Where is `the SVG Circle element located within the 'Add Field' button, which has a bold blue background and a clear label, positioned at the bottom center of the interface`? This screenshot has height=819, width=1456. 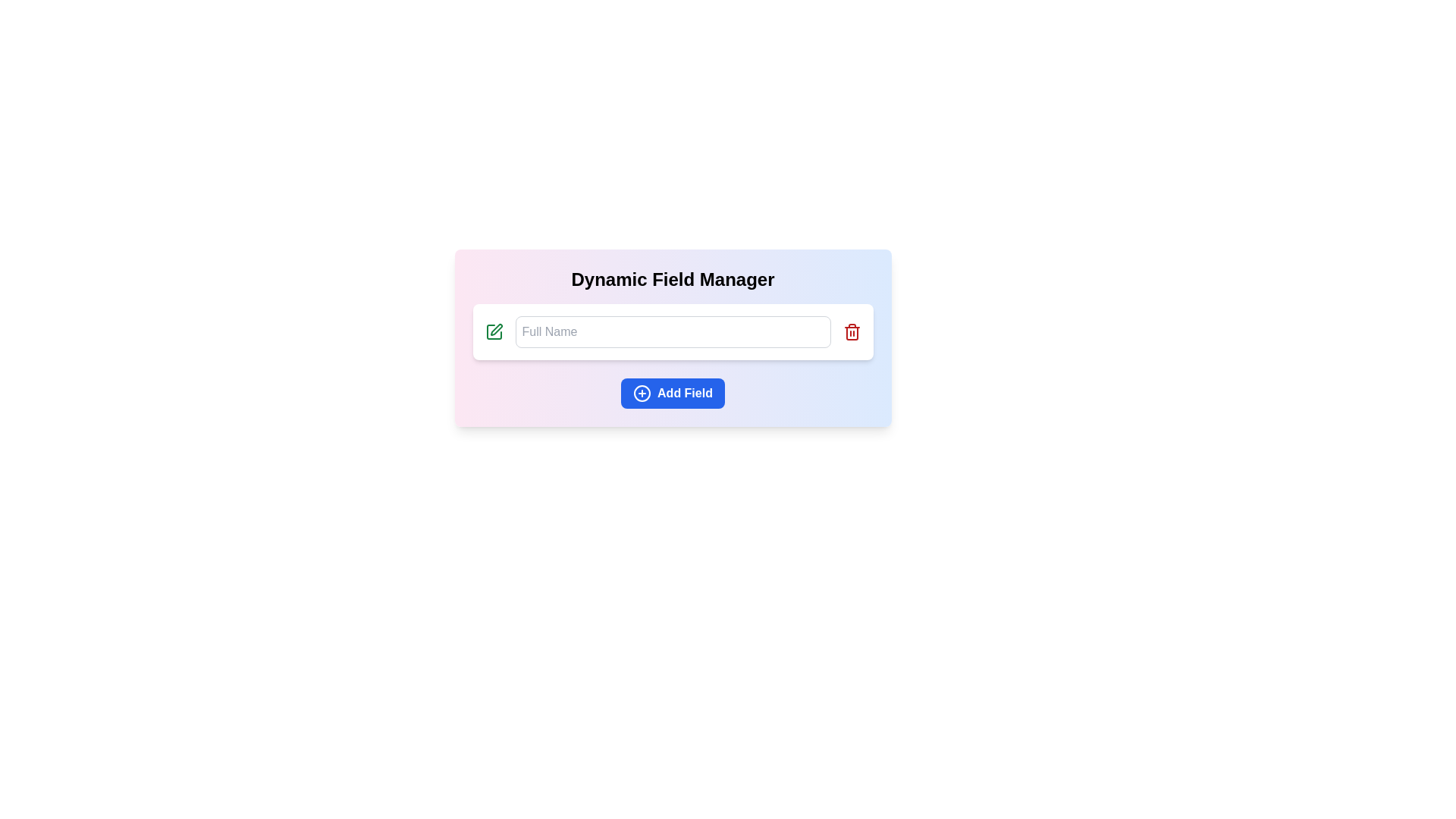 the SVG Circle element located within the 'Add Field' button, which has a bold blue background and a clear label, positioned at the bottom center of the interface is located at coordinates (642, 393).